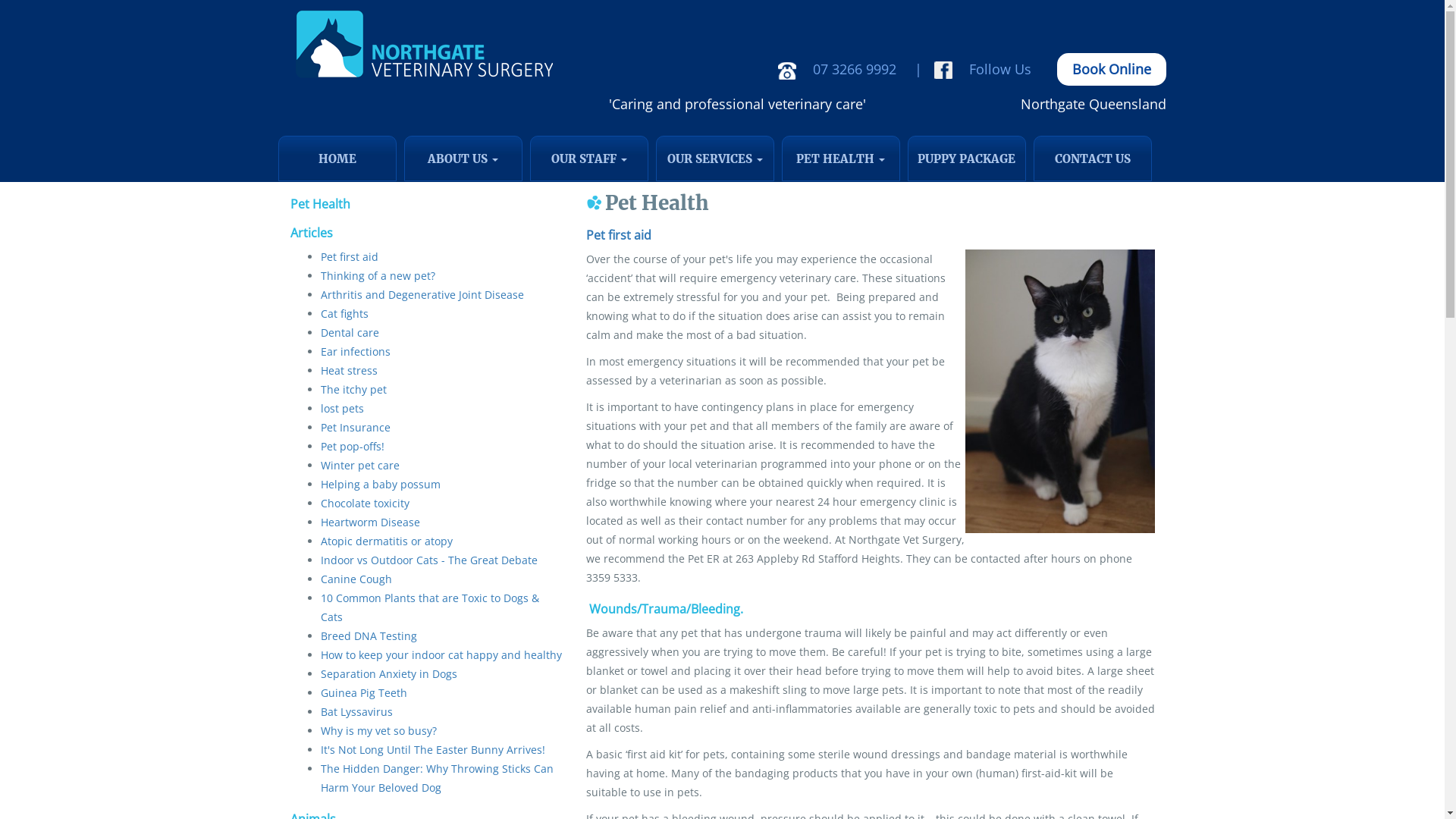 Image resolution: width=1456 pixels, height=819 pixels. What do you see at coordinates (655, 158) in the screenshot?
I see `'OUR SERVICES'` at bounding box center [655, 158].